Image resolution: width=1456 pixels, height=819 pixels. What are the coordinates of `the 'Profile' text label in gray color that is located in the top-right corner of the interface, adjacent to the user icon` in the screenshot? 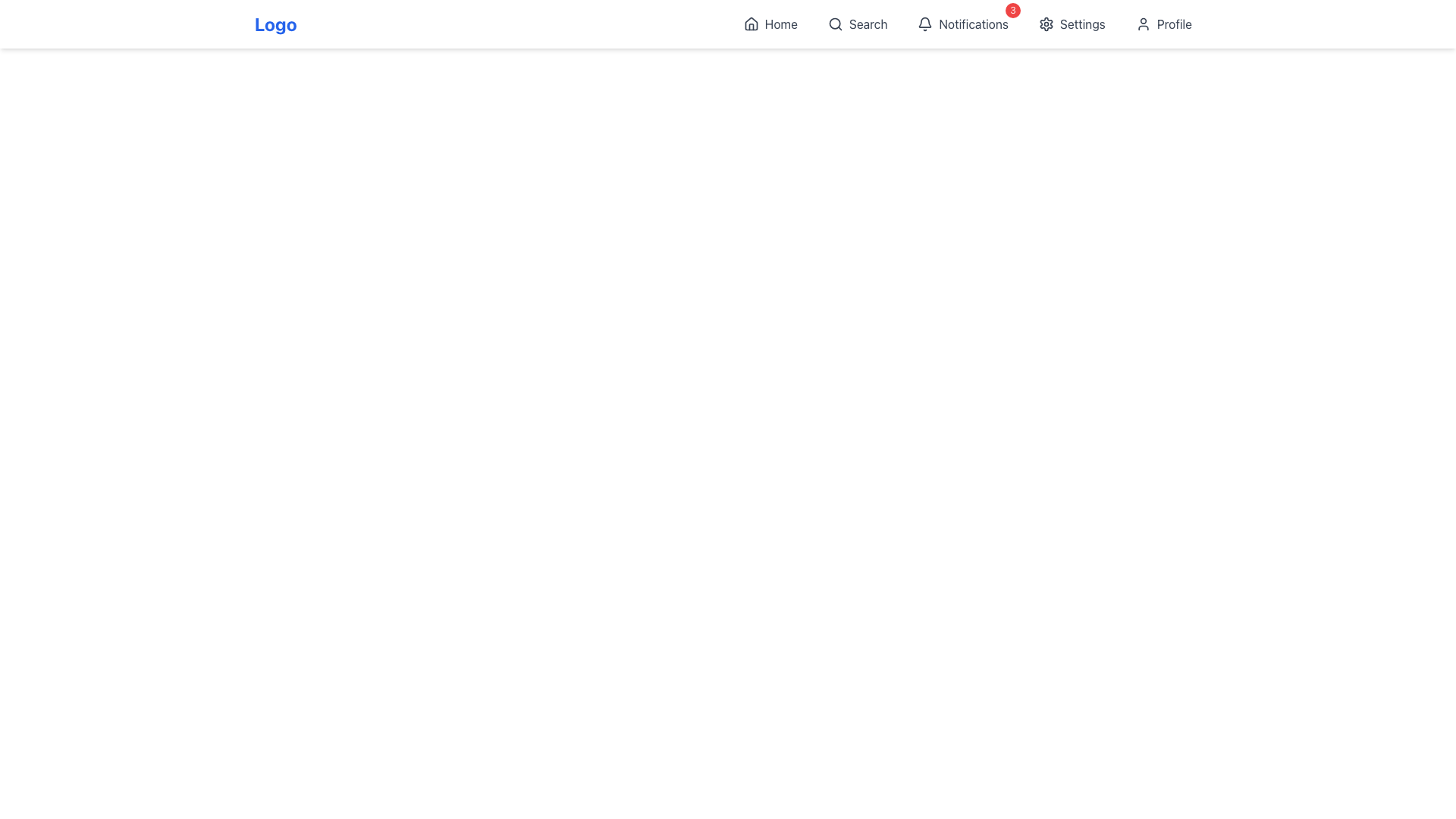 It's located at (1173, 24).